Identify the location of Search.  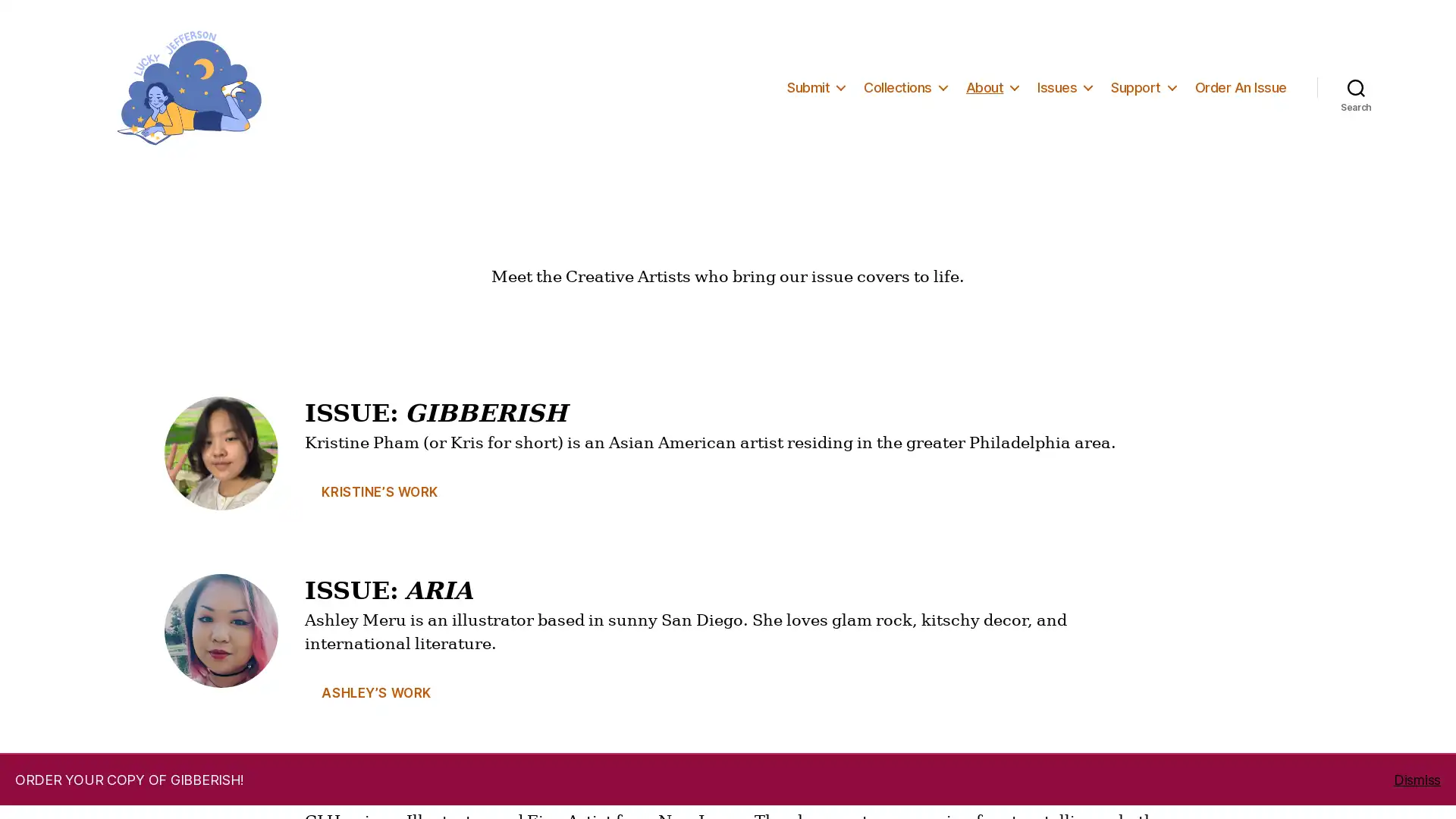
(1356, 87).